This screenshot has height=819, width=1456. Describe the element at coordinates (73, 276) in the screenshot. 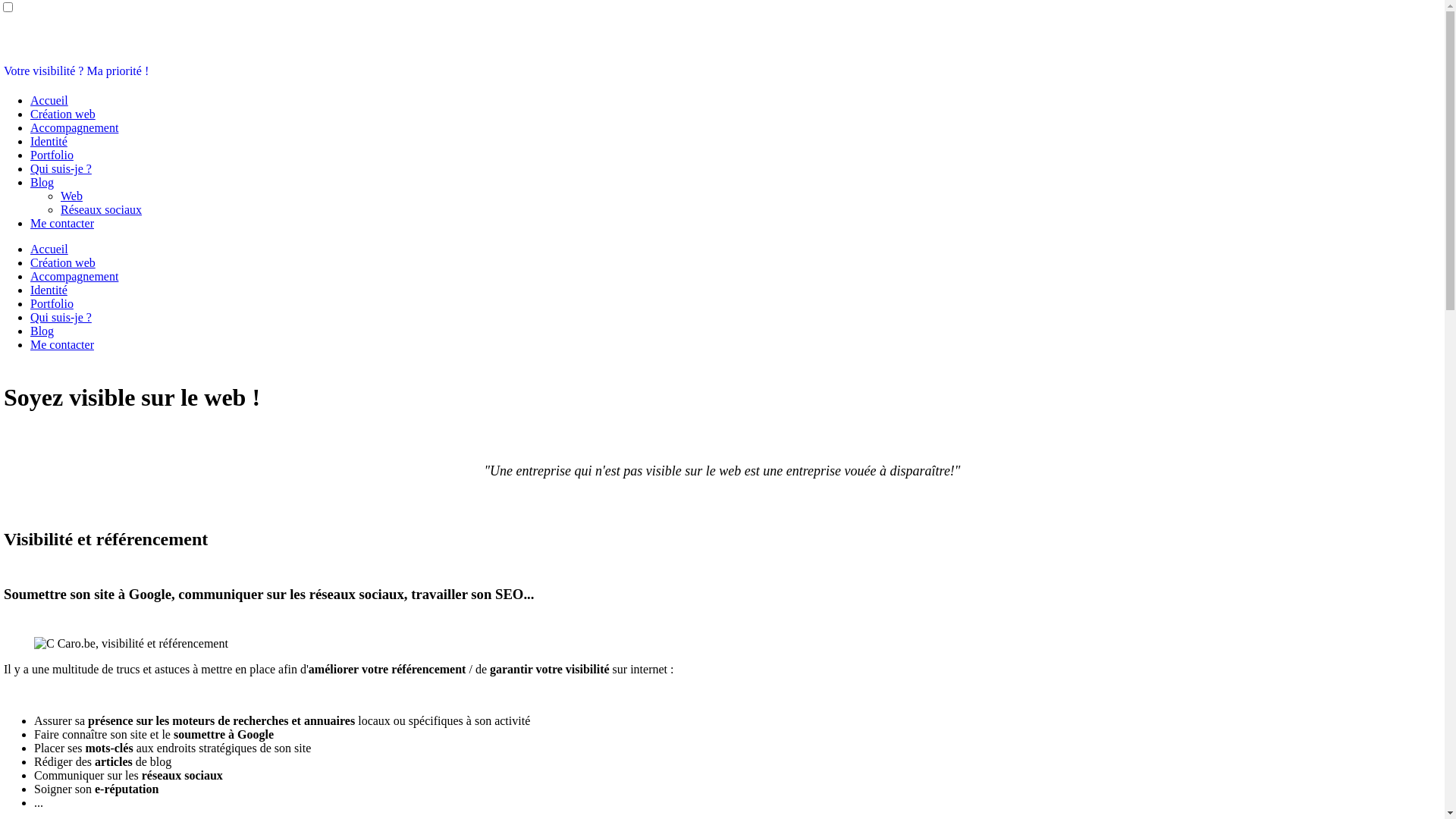

I see `'Accompagnement'` at that location.